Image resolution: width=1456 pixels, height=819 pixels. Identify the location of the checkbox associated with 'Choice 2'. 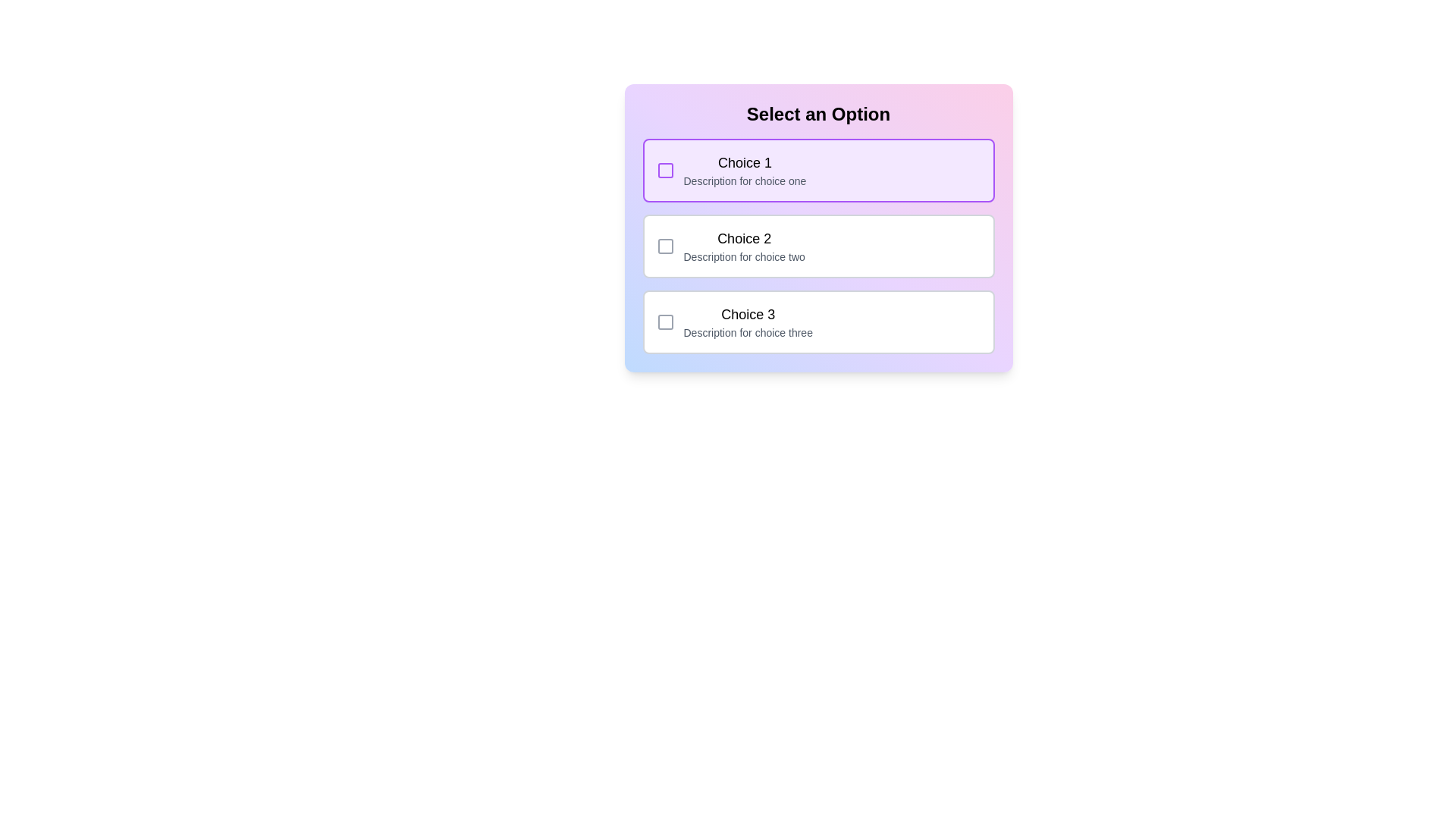
(665, 245).